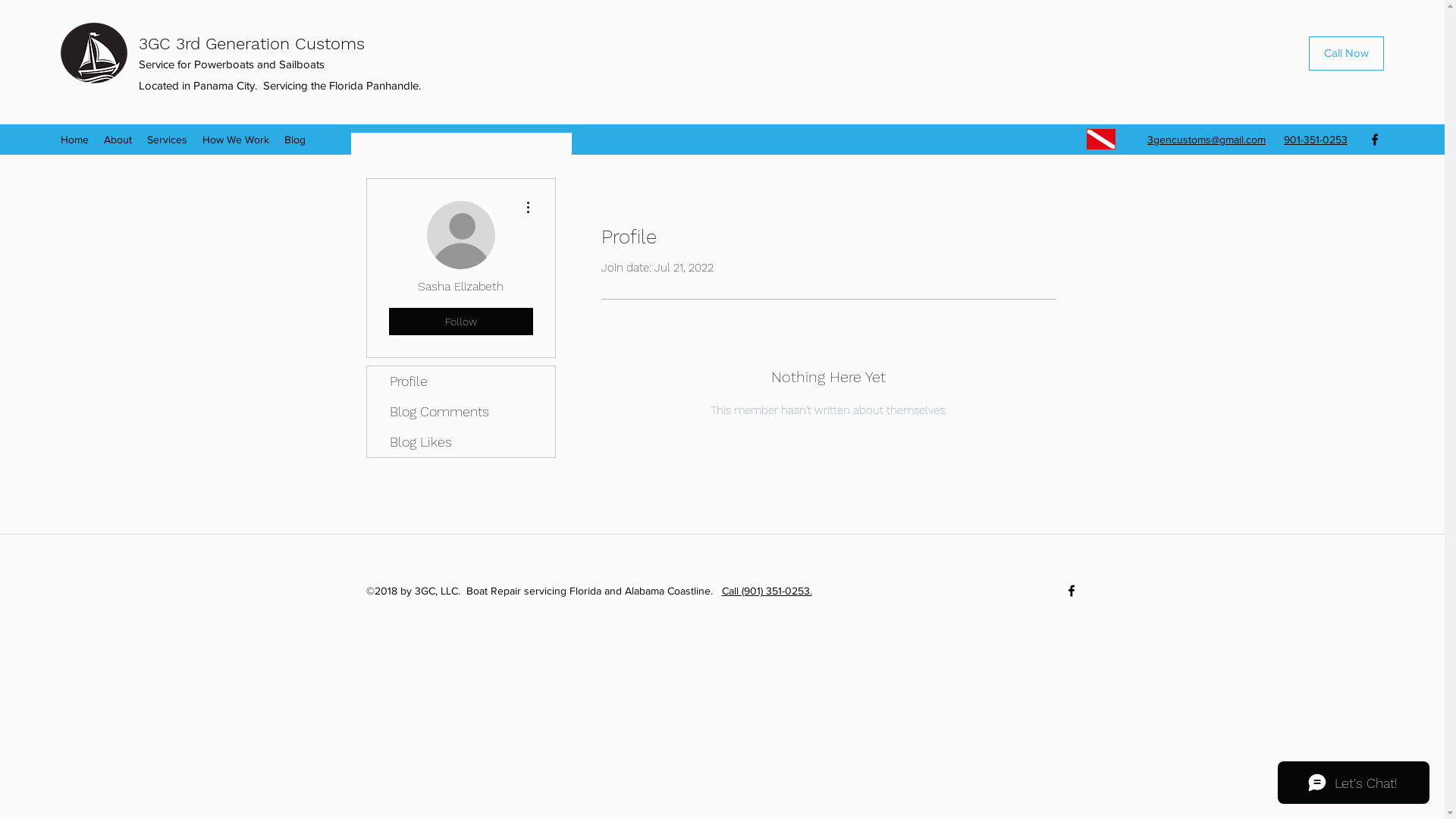 Image resolution: width=1456 pixels, height=819 pixels. What do you see at coordinates (294, 140) in the screenshot?
I see `'Blog'` at bounding box center [294, 140].